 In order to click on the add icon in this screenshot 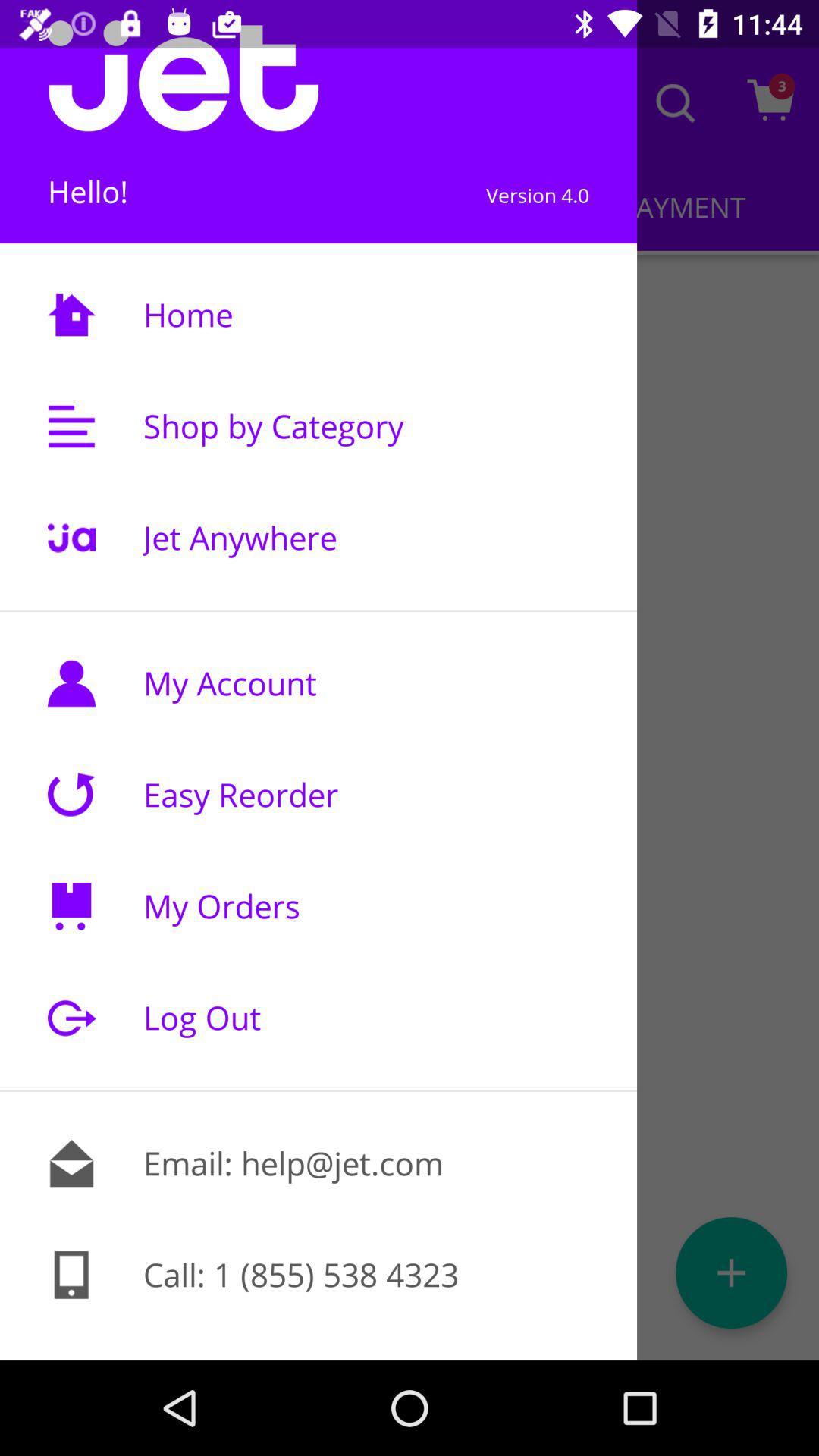, I will do `click(730, 1272)`.